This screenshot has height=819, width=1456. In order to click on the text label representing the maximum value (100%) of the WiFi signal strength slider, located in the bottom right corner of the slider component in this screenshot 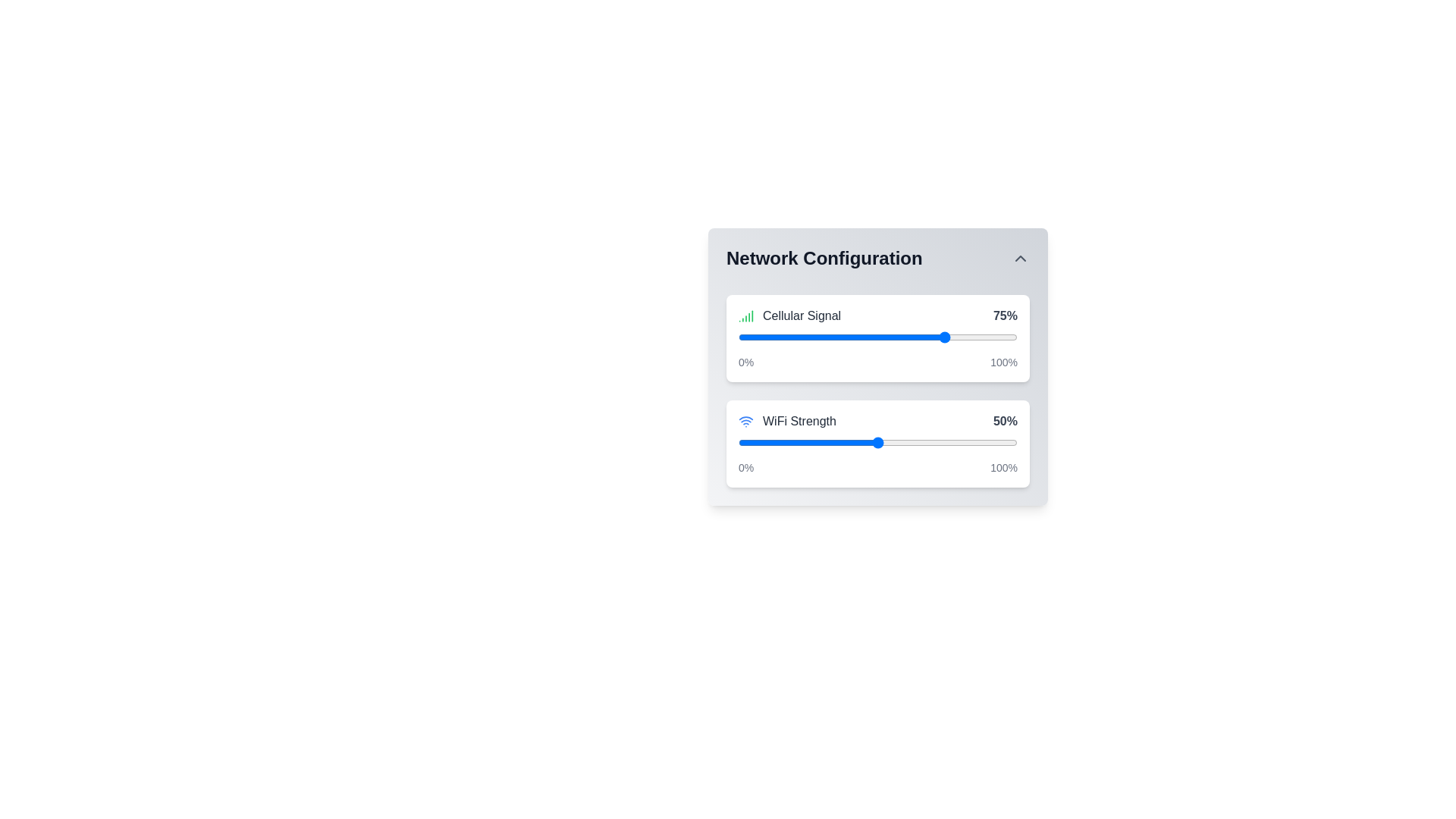, I will do `click(1004, 467)`.